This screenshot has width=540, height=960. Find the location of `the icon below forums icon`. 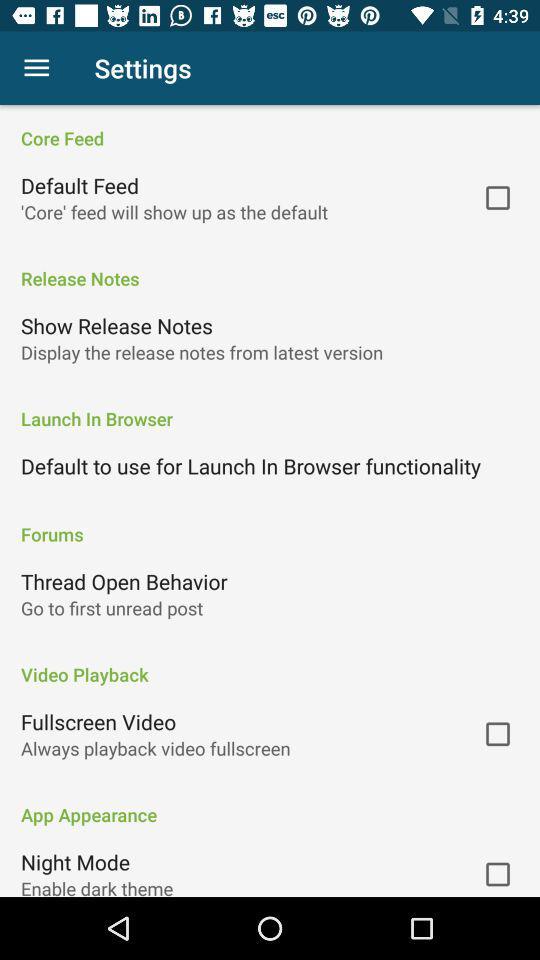

the icon below forums icon is located at coordinates (124, 581).